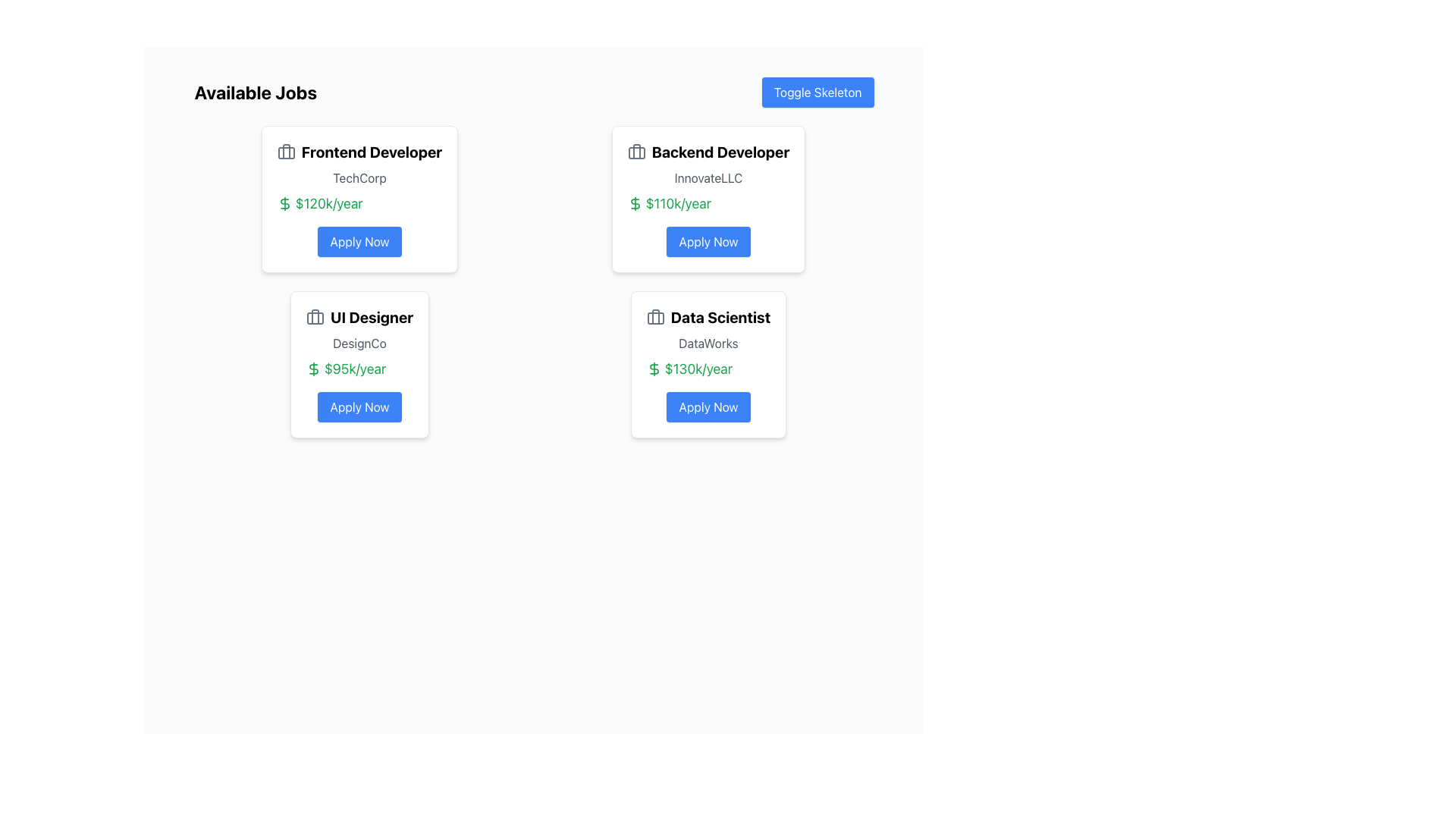 The height and width of the screenshot is (819, 1456). Describe the element at coordinates (359, 203) in the screenshot. I see `the Text Label displaying the salary '$120k/year' in the job listing card for 'Frontend Developer' at TechCorp, which is located below the company name and above the 'Apply Now' button` at that location.